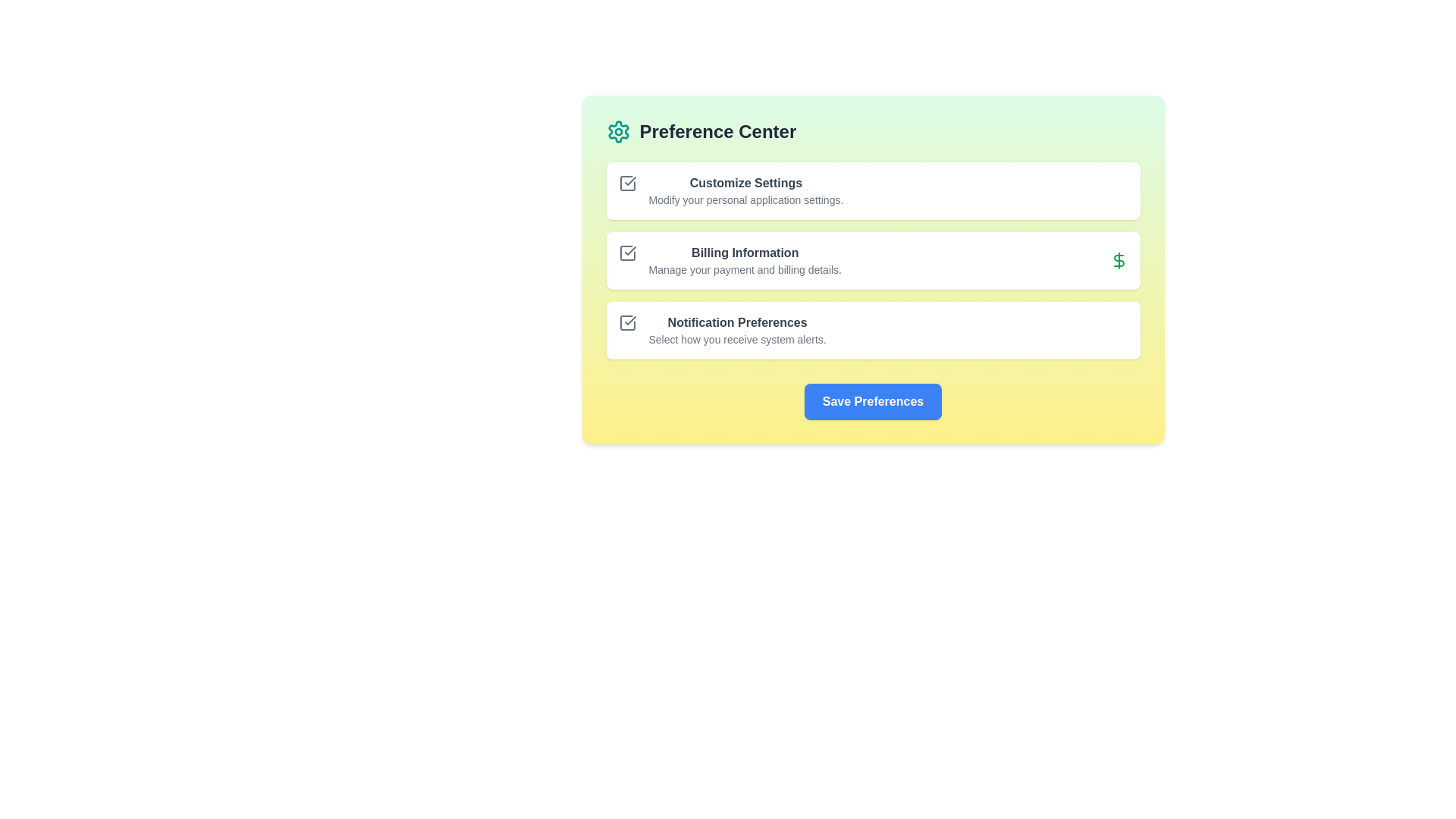 This screenshot has width=1456, height=819. What do you see at coordinates (745, 259) in the screenshot?
I see `text block titled 'Billing Information' which contains the subtext 'Manage your payment and billing details.' This element is located in the middle section of the 'Preference Center' interface, specifically in the second row of options` at bounding box center [745, 259].